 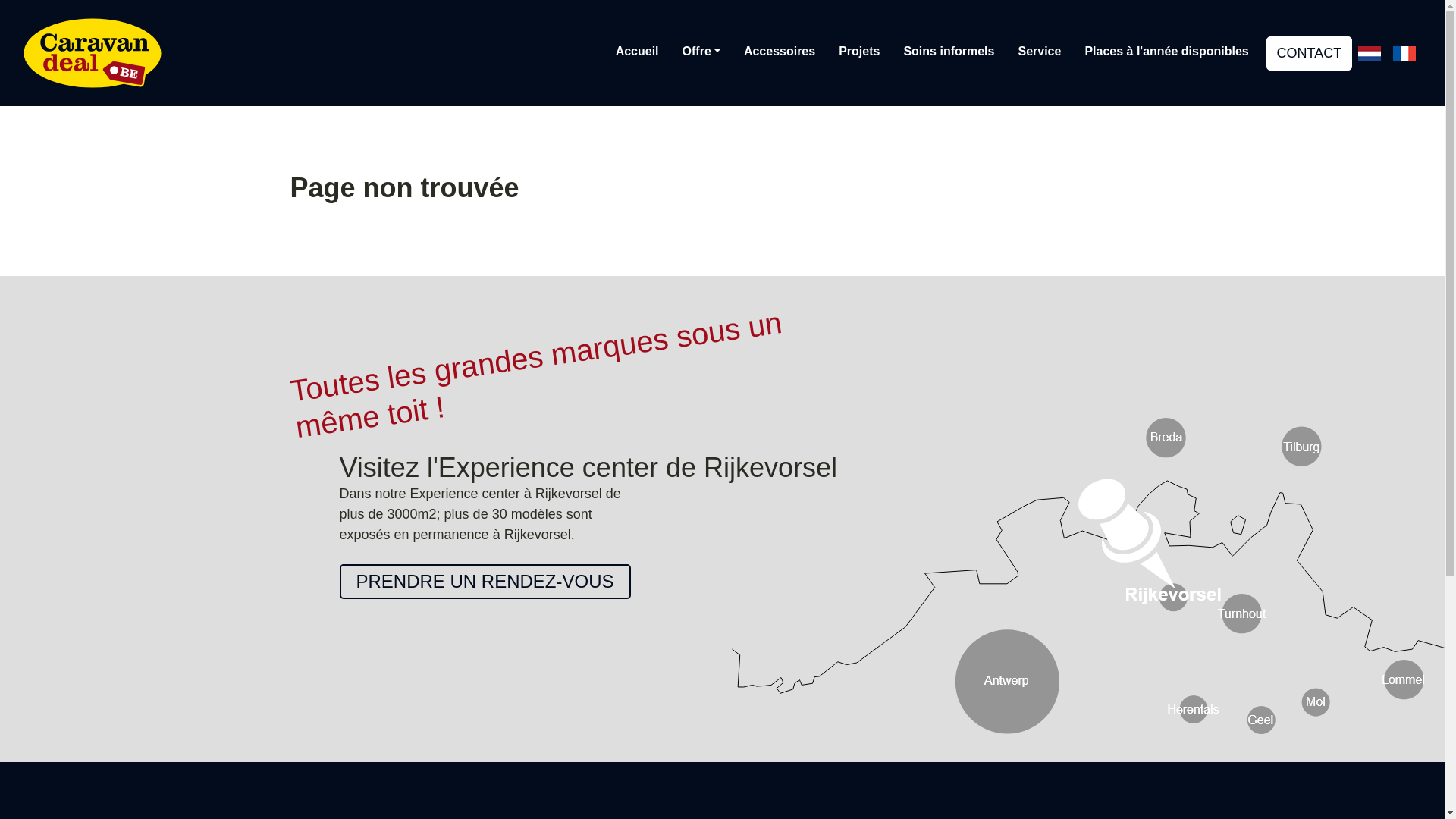 I want to click on 'Accueil', so click(x=637, y=51).